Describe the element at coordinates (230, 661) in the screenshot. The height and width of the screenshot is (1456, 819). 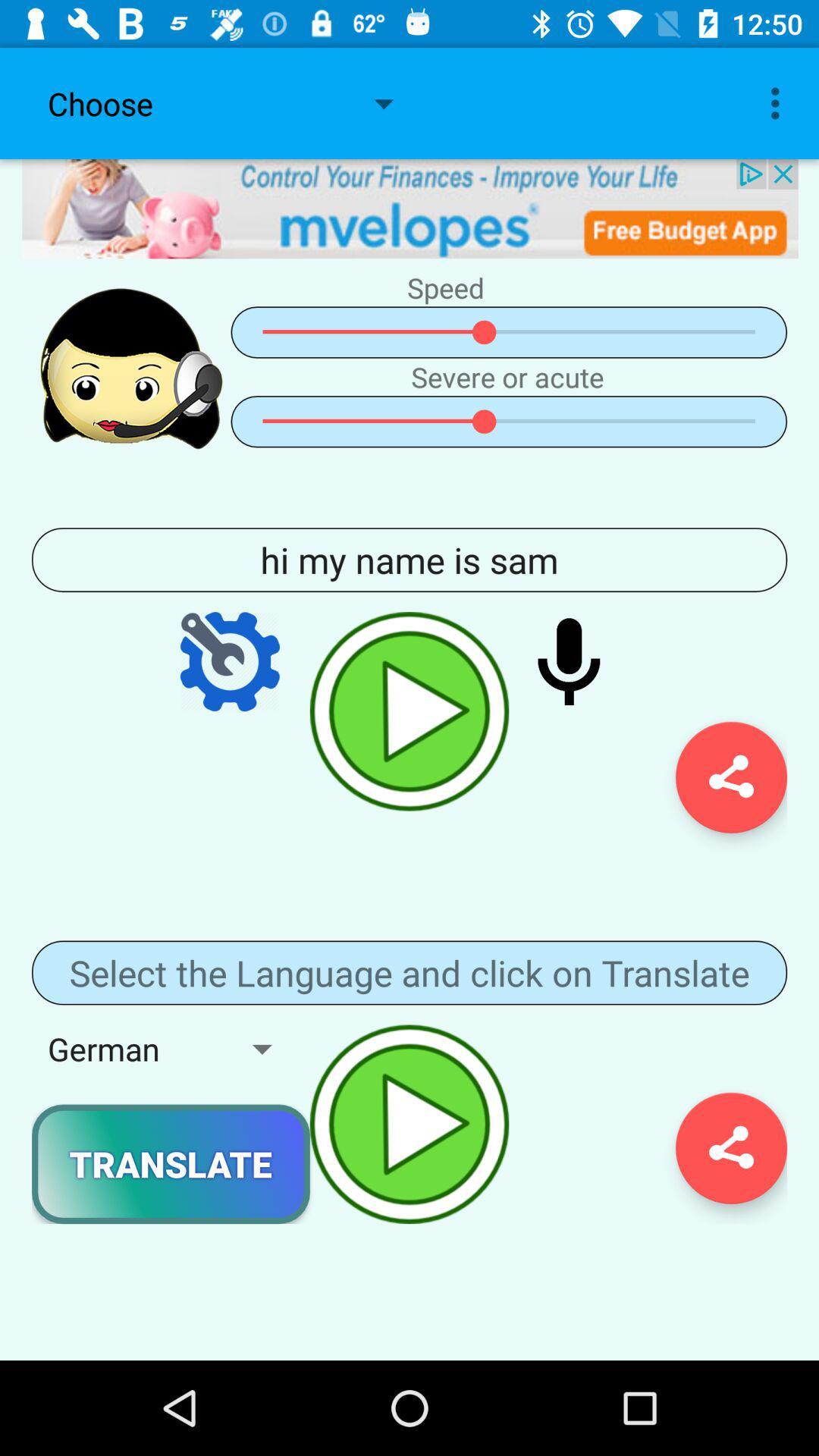
I see `setting option turned on` at that location.